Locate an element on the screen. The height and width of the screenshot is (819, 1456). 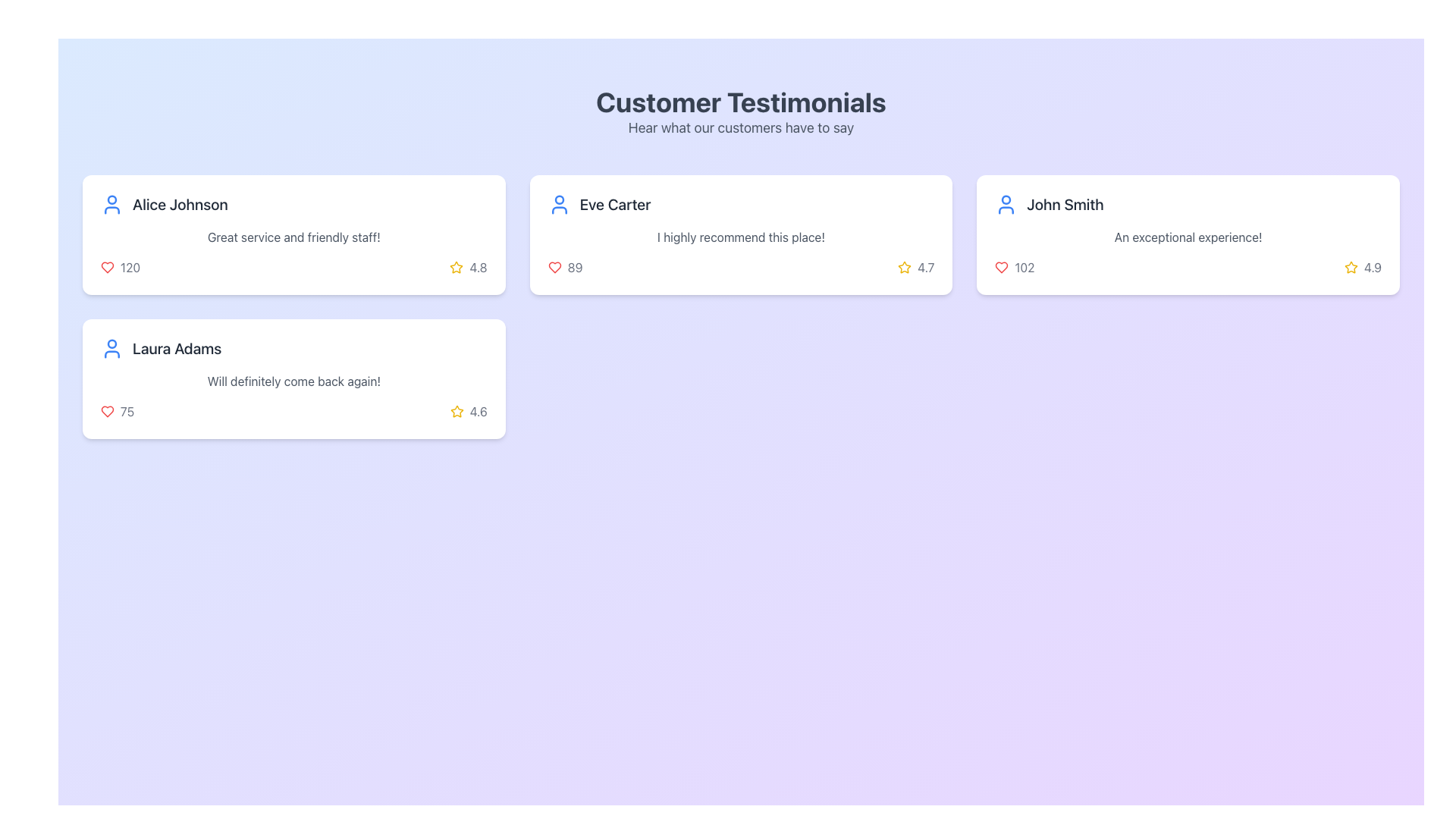
text displayed as the name of the individual providing the testimonial, located as the second visible element in the header of the rightmost testimonial card is located at coordinates (1065, 205).